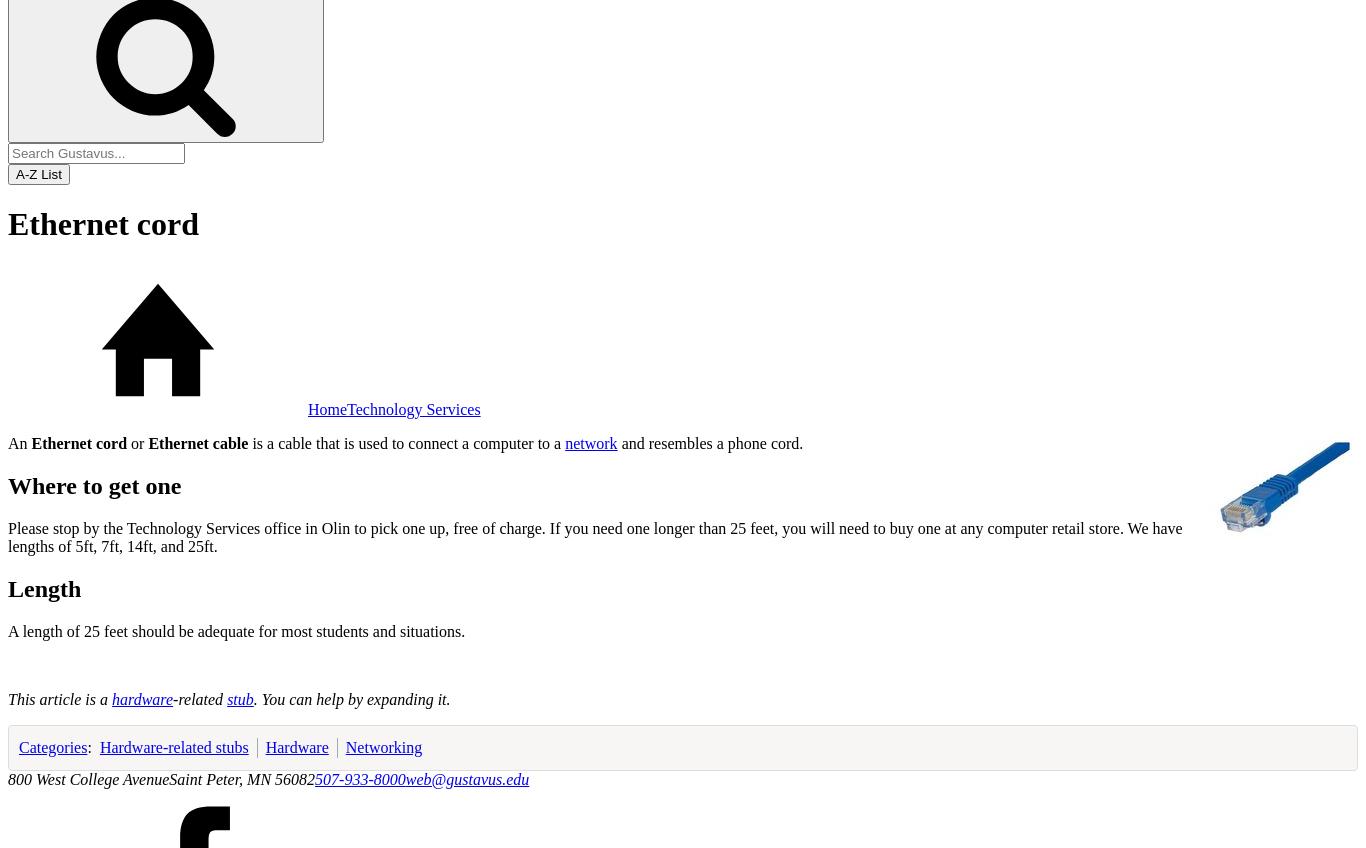 Image resolution: width=1366 pixels, height=848 pixels. Describe the element at coordinates (172, 745) in the screenshot. I see `'Hardware-related stubs'` at that location.